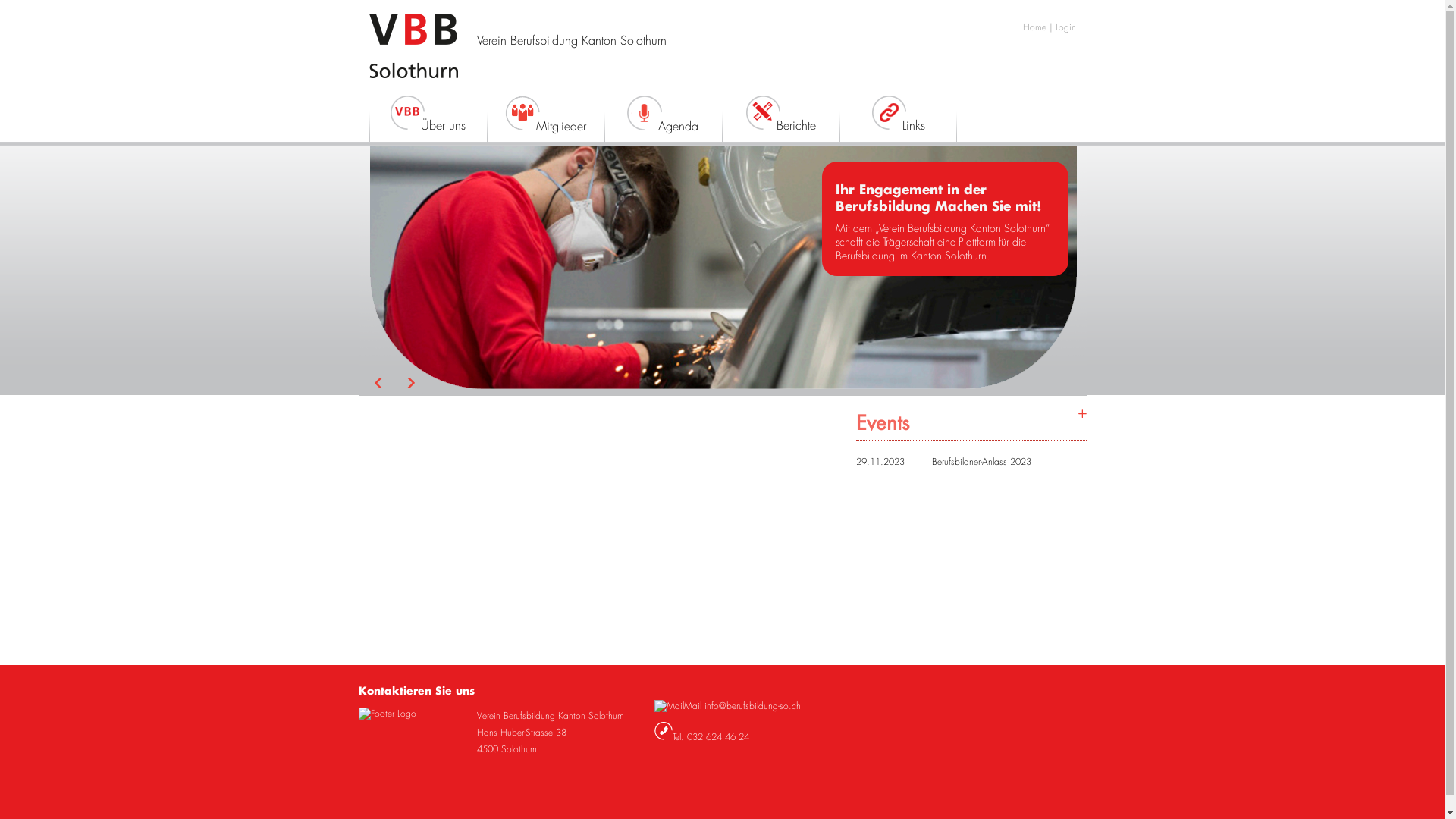 This screenshot has width=1456, height=819. What do you see at coordinates (888, 111) in the screenshot?
I see `'Links'` at bounding box center [888, 111].